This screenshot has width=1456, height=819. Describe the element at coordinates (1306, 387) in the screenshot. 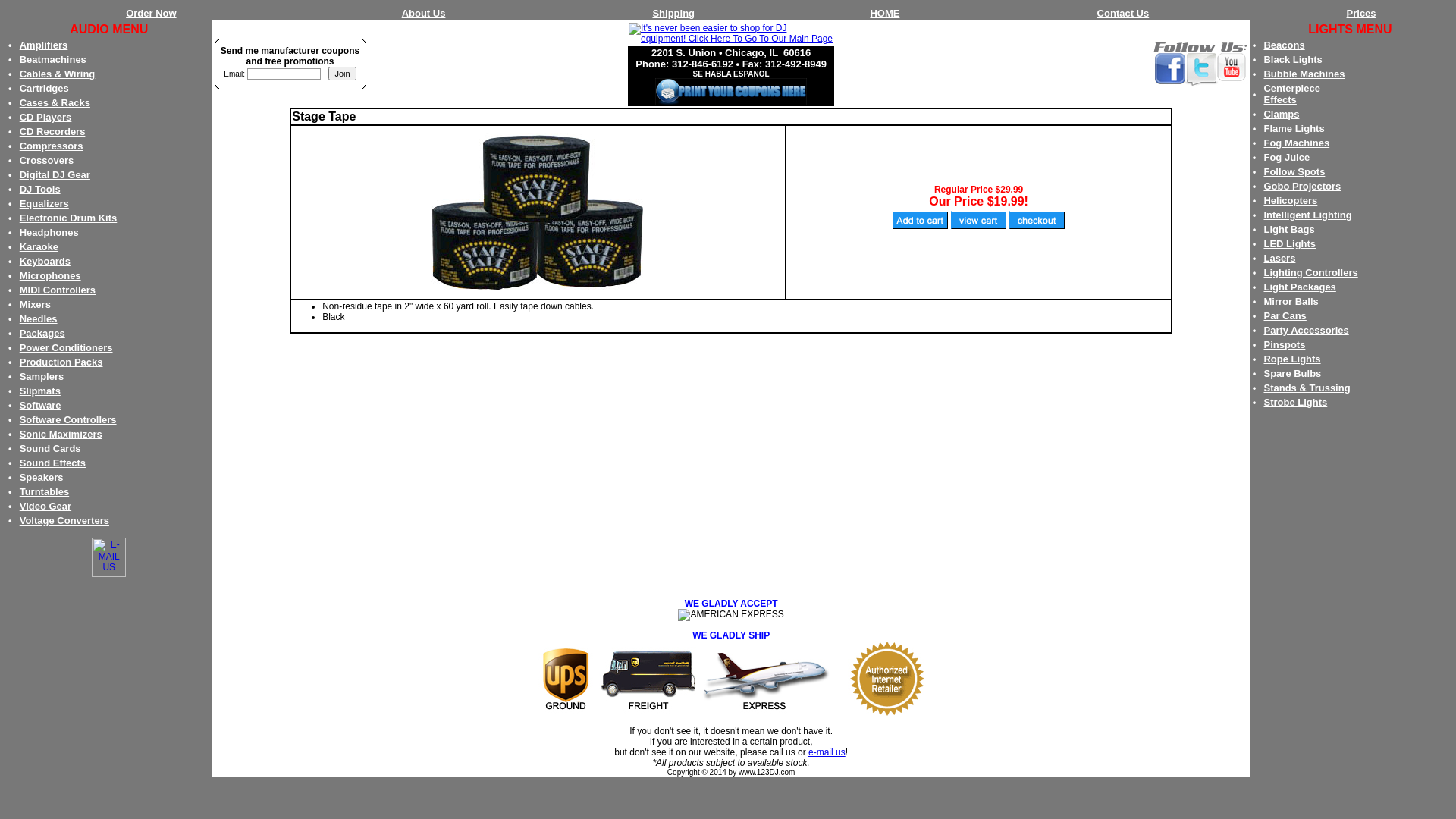

I see `'Stands & Trussing'` at that location.